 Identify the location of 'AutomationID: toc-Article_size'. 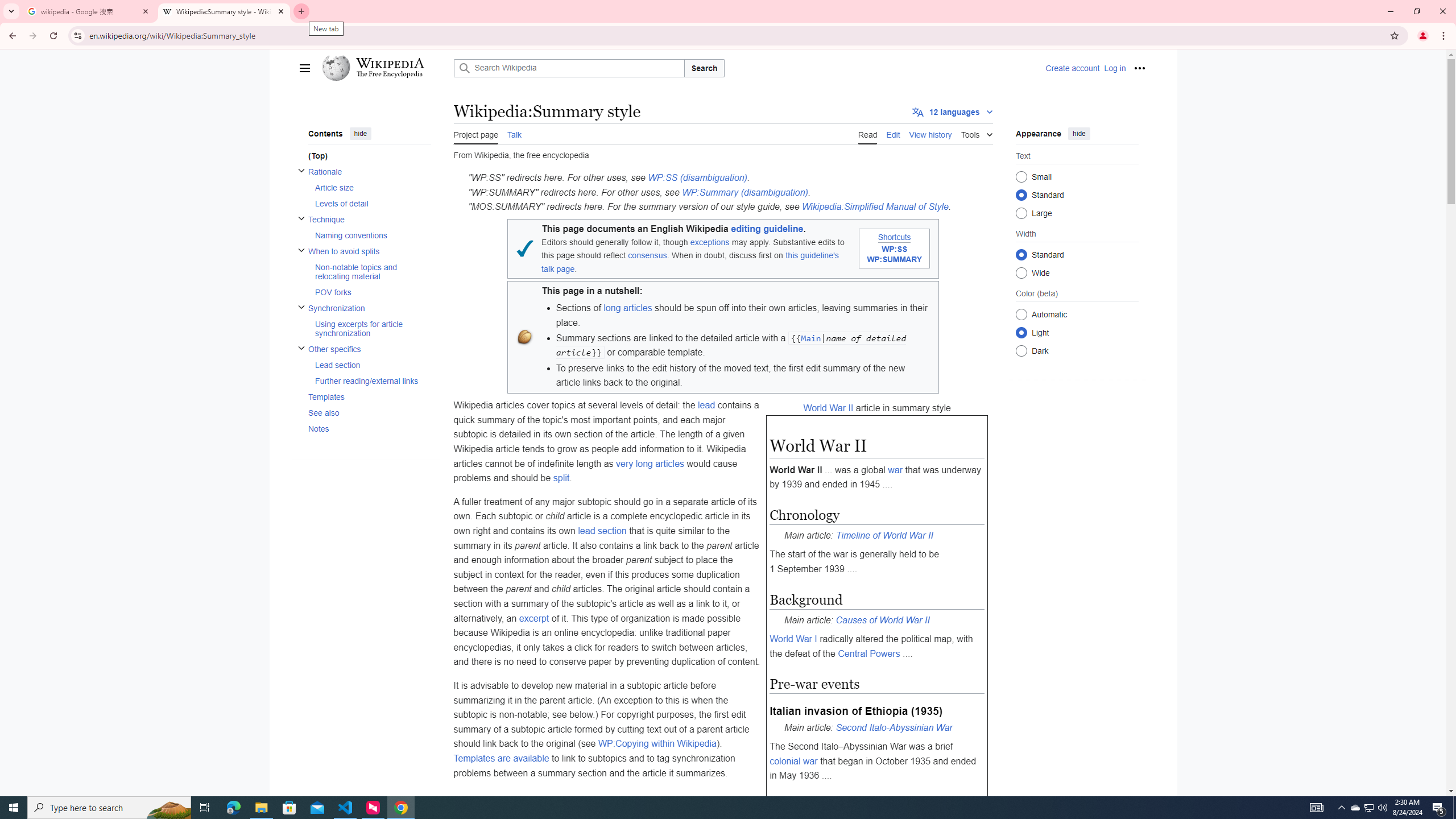
(369, 187).